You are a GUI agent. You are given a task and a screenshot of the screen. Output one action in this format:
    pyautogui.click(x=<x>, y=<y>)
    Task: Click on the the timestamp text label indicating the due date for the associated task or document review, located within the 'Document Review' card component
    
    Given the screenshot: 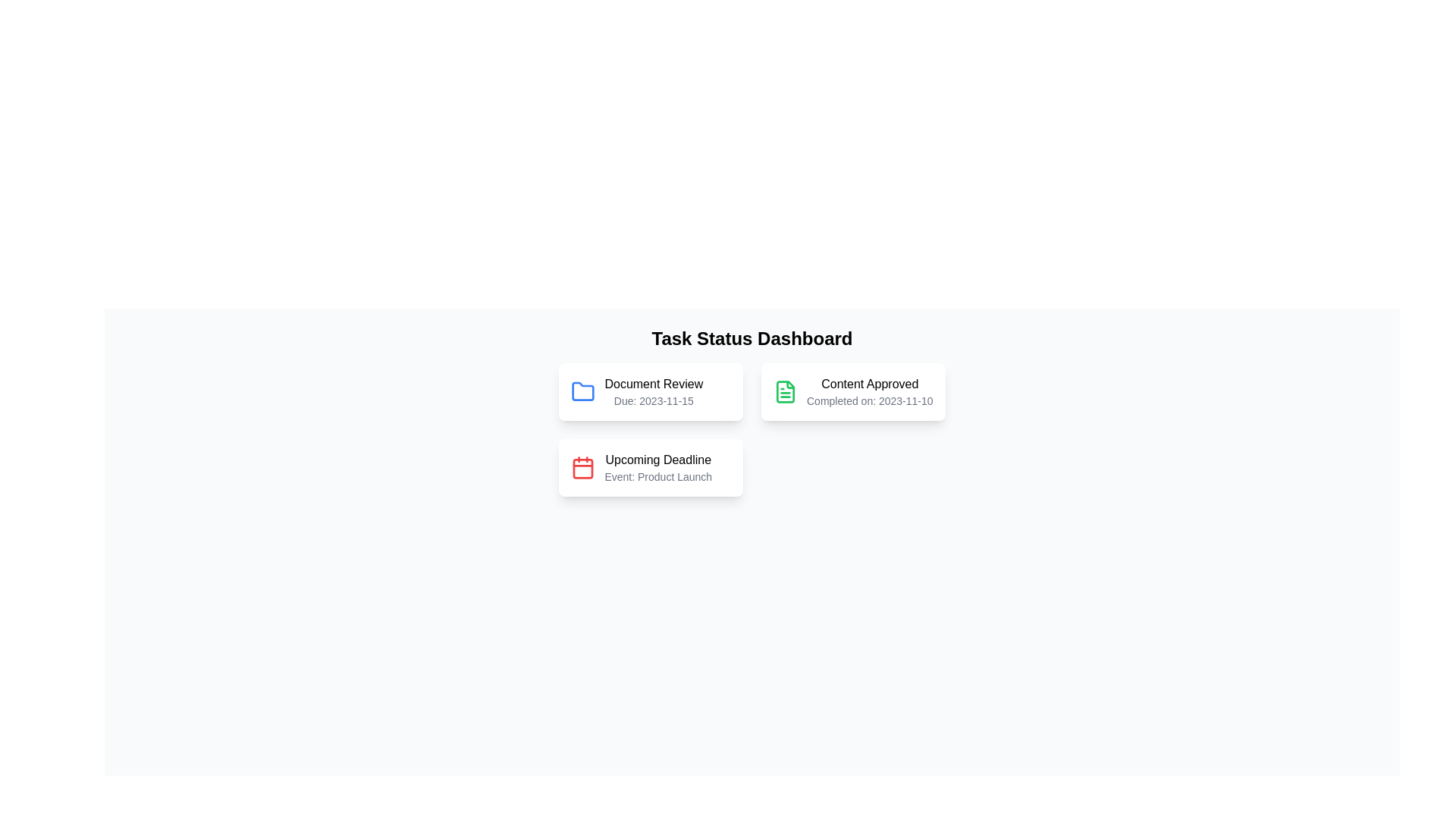 What is the action you would take?
    pyautogui.click(x=654, y=400)
    